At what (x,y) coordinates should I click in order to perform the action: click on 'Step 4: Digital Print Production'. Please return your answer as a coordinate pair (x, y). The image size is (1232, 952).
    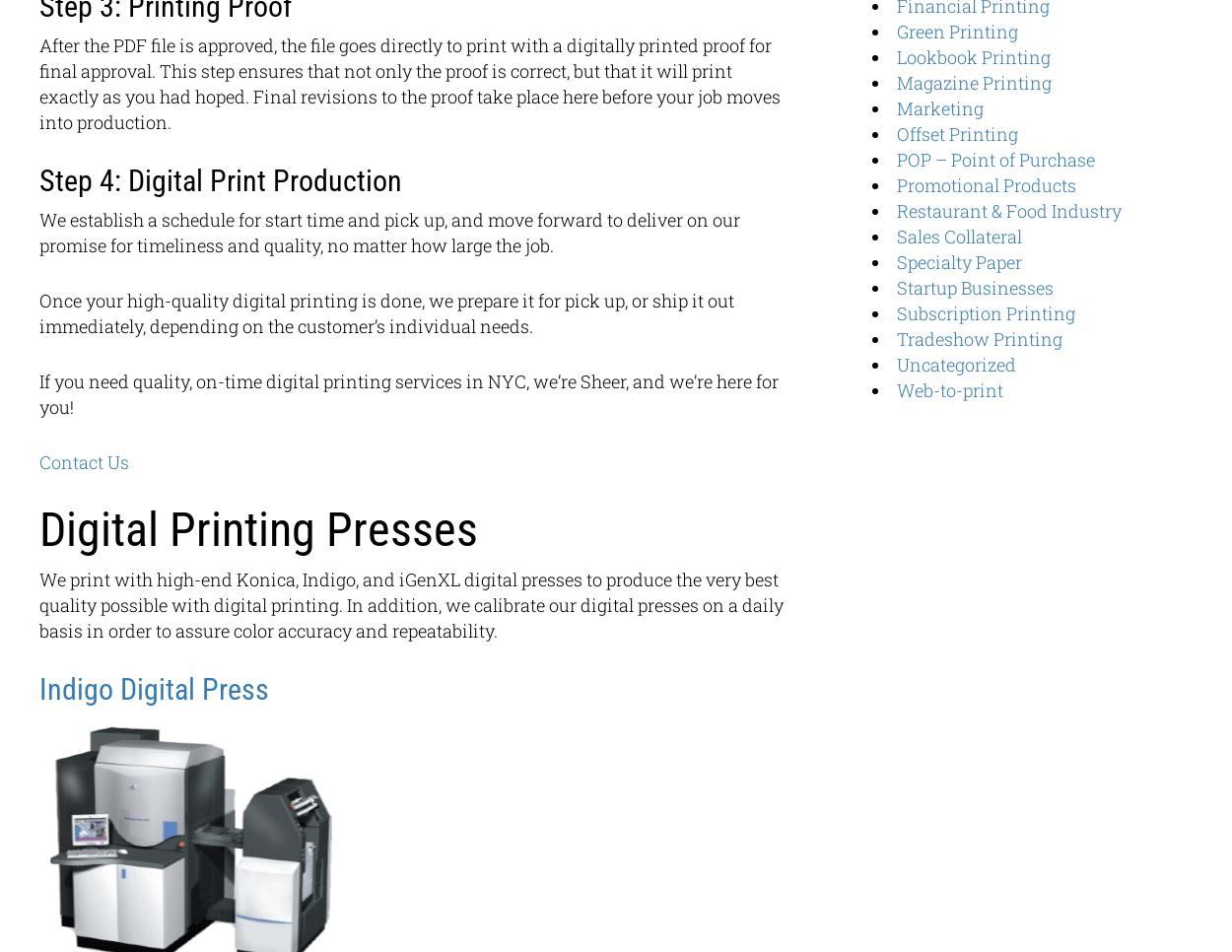
    Looking at the image, I should click on (220, 180).